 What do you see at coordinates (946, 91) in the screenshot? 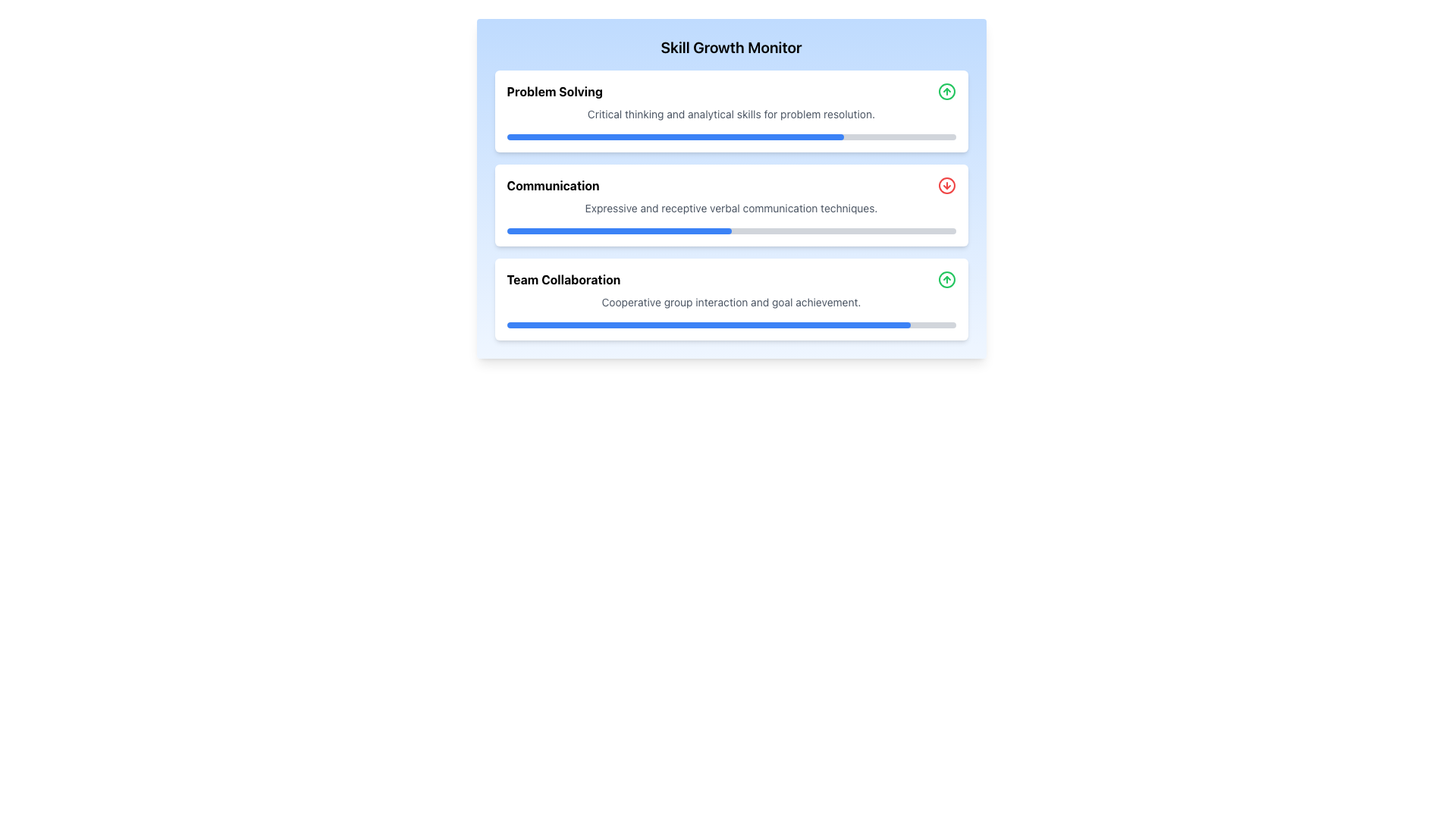
I see `the performance increase icon for the 'Problem Solving' metric, which is located on the far-right of the section title` at bounding box center [946, 91].